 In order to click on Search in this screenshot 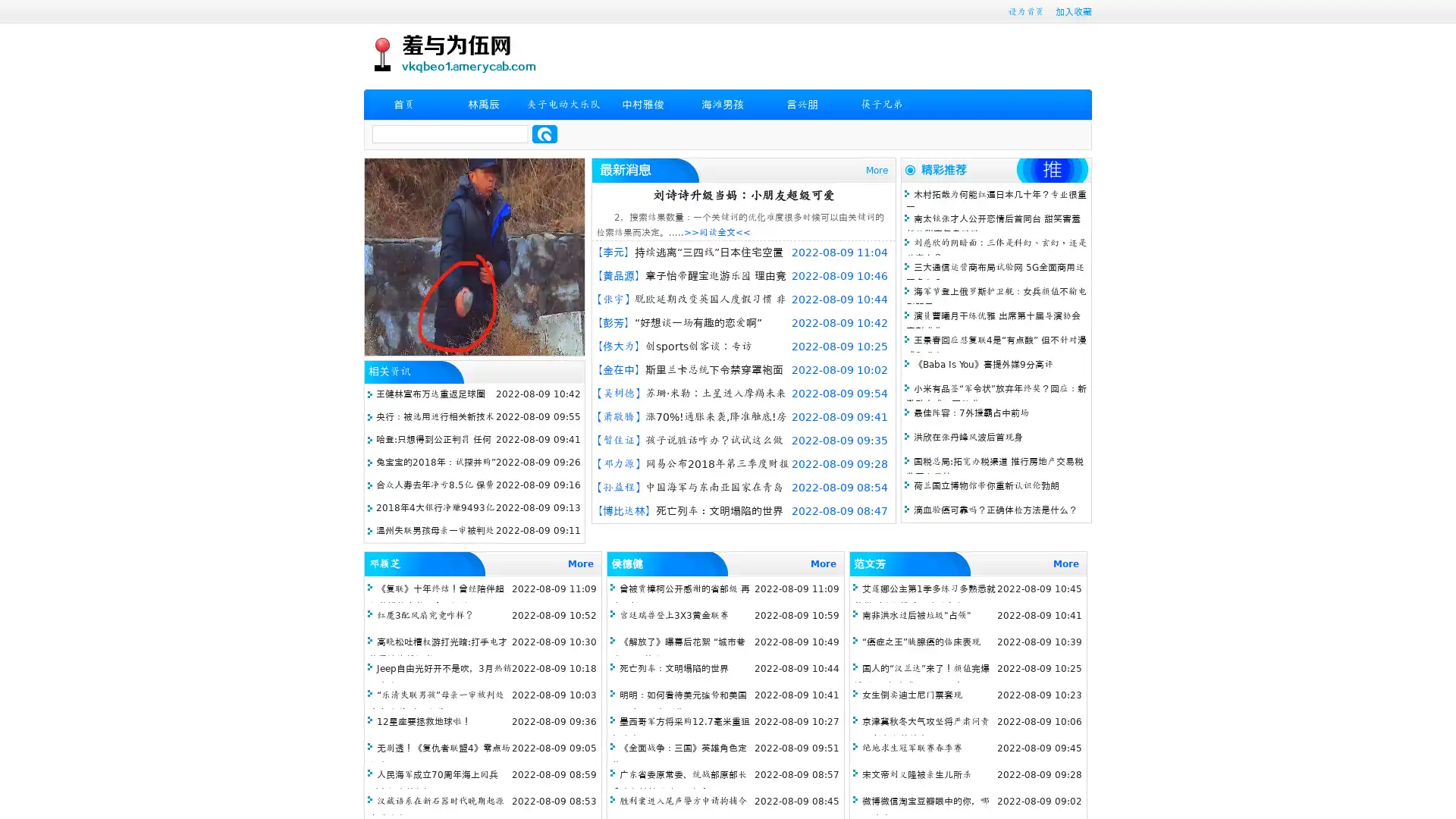, I will do `click(544, 133)`.